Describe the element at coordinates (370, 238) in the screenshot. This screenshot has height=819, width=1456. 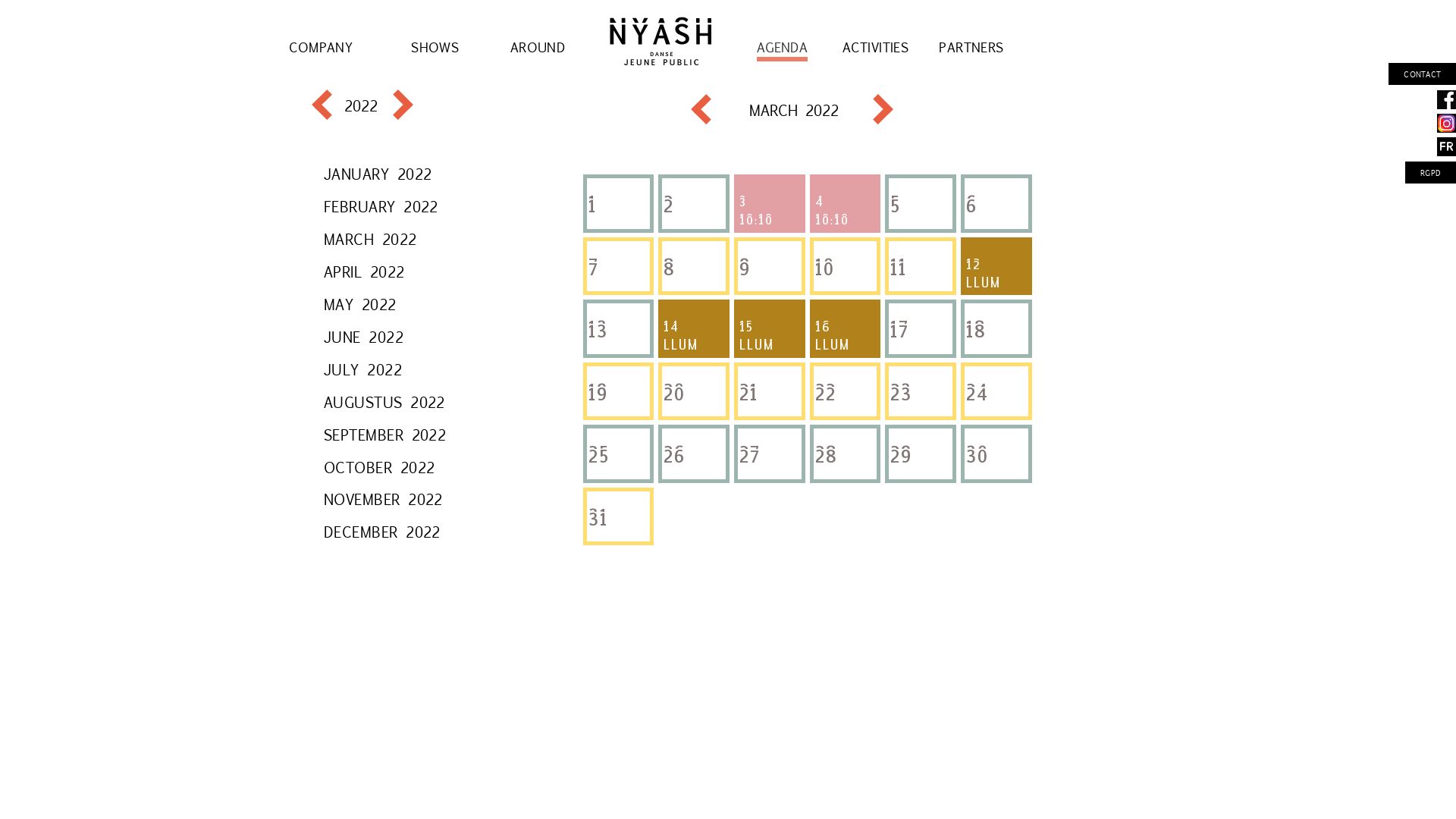
I see `'MARCH 2022'` at that location.